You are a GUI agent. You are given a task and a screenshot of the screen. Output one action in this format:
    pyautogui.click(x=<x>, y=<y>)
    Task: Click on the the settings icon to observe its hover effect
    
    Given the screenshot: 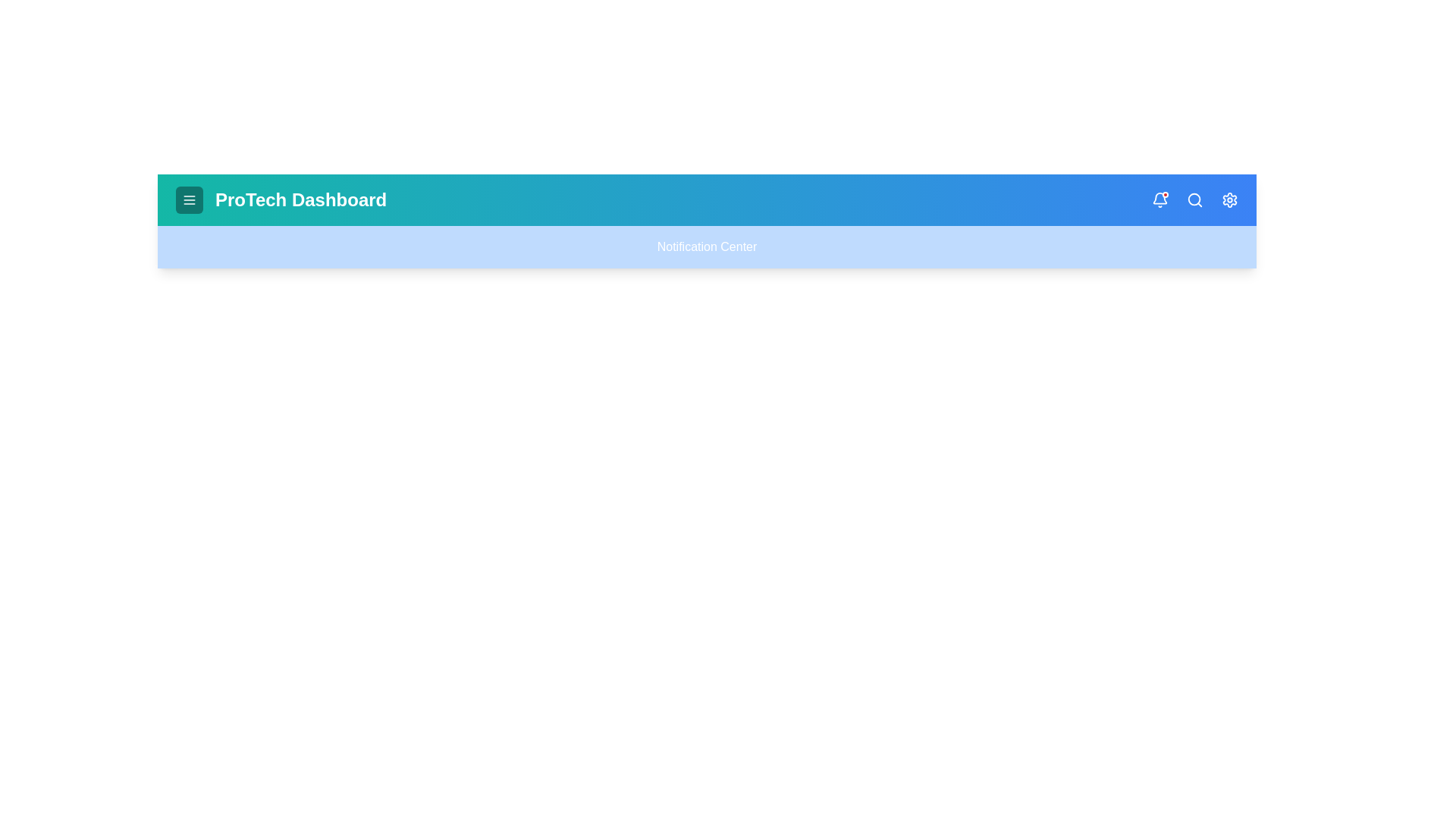 What is the action you would take?
    pyautogui.click(x=1230, y=199)
    